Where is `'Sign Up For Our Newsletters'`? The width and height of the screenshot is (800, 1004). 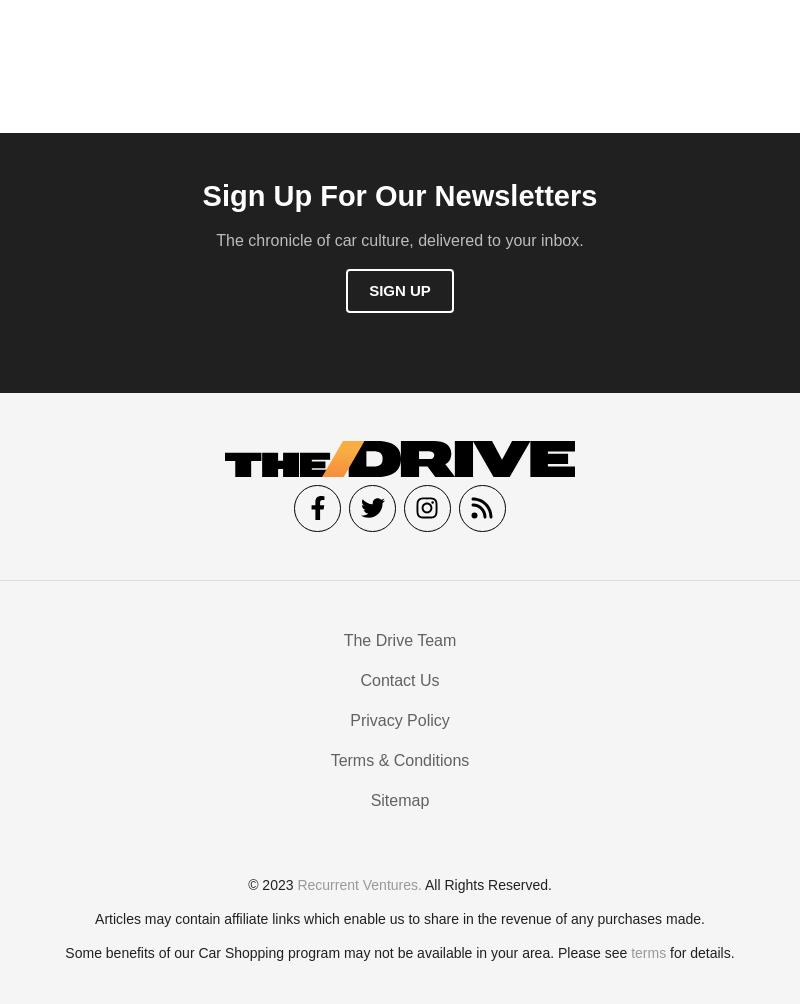
'Sign Up For Our Newsletters' is located at coordinates (398, 200).